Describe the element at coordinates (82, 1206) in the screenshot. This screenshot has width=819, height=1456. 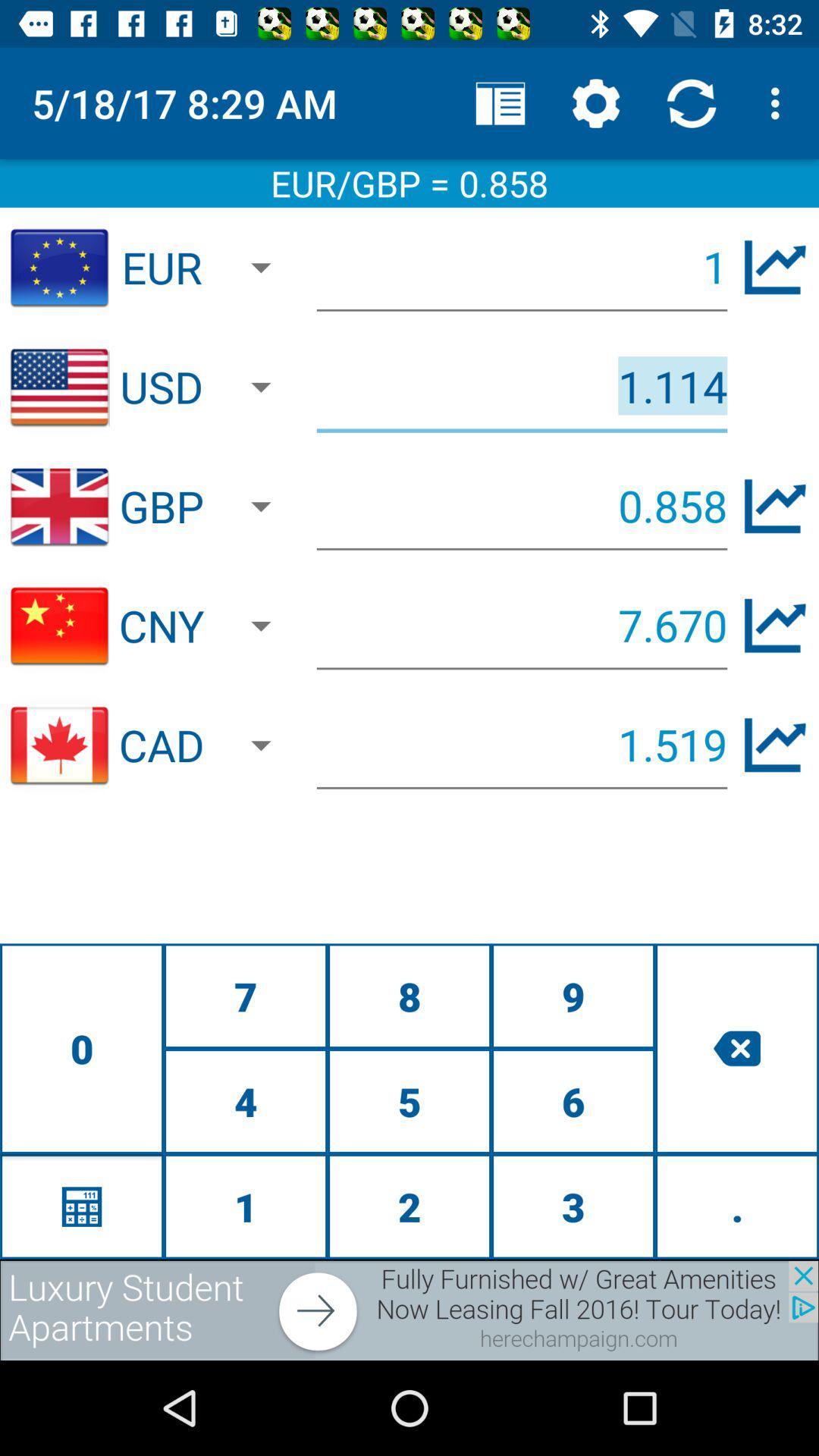
I see `calculator icon` at that location.